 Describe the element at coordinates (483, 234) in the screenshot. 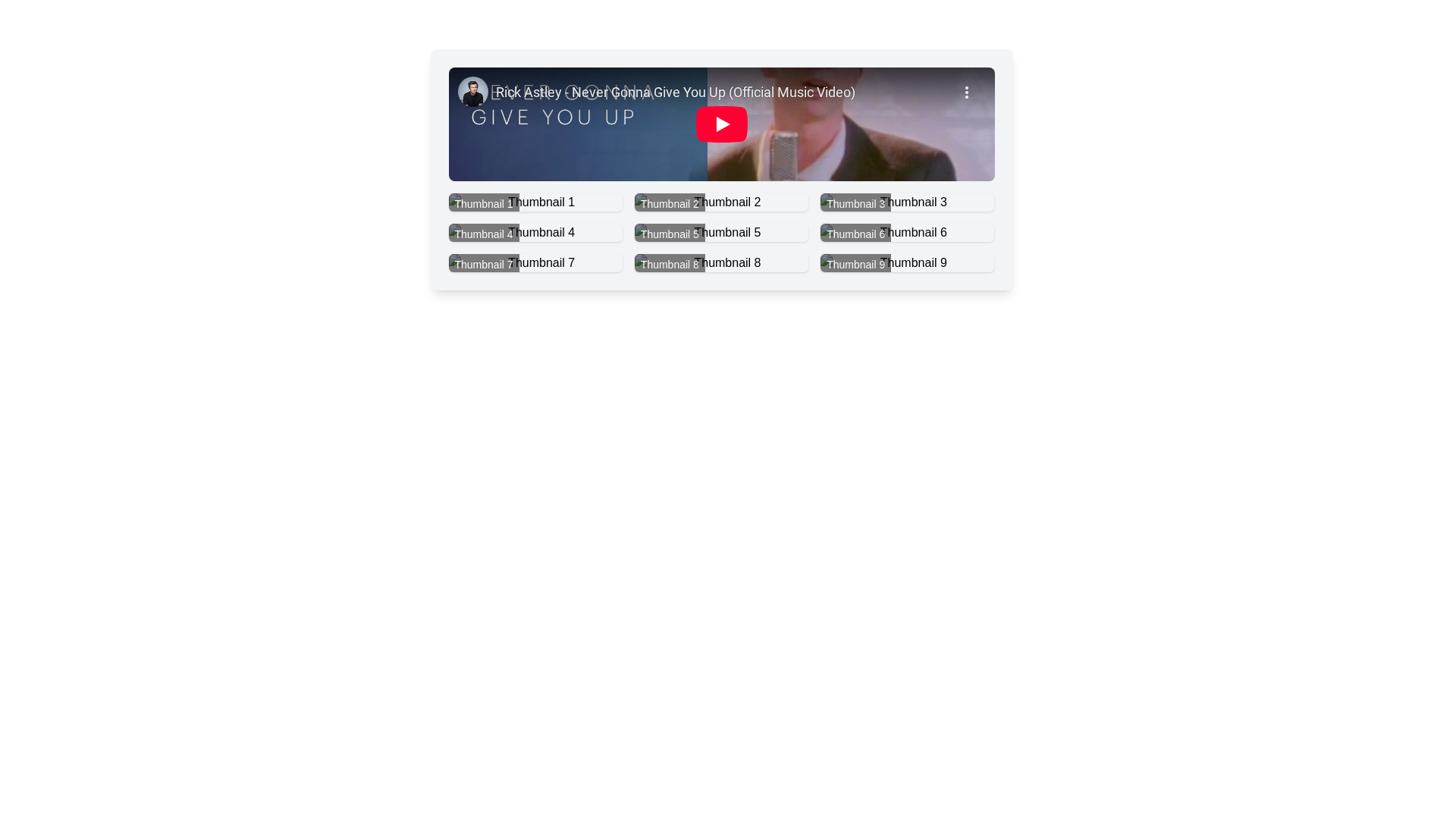

I see `the label with the text 'Thumbnail 4', which is a small rectangular badge with a dark background located at the top-left corner of the thumbnail in the grid layout` at that location.